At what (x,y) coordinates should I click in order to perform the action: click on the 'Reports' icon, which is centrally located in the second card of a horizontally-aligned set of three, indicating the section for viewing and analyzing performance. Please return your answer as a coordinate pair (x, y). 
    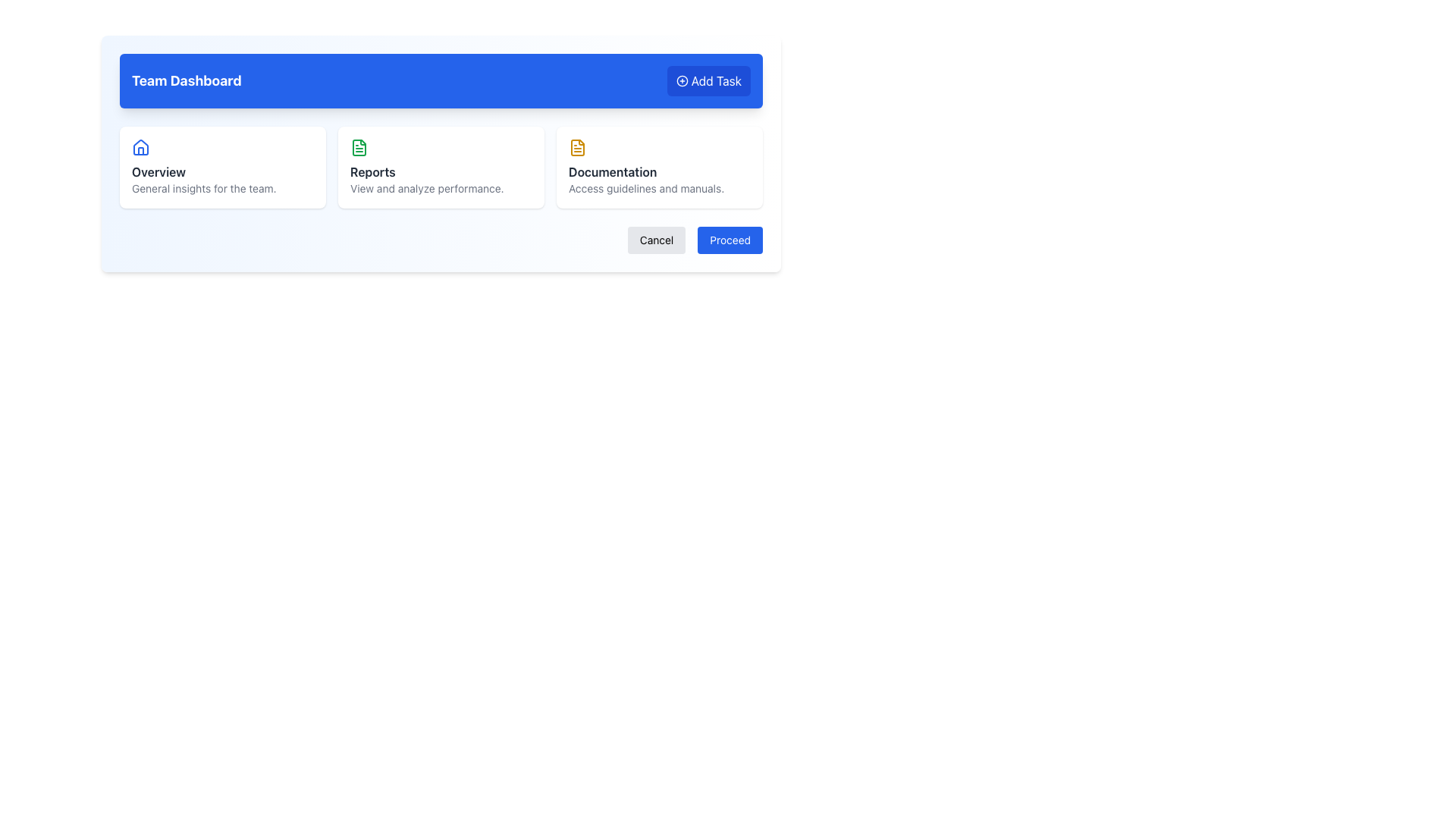
    Looking at the image, I should click on (359, 148).